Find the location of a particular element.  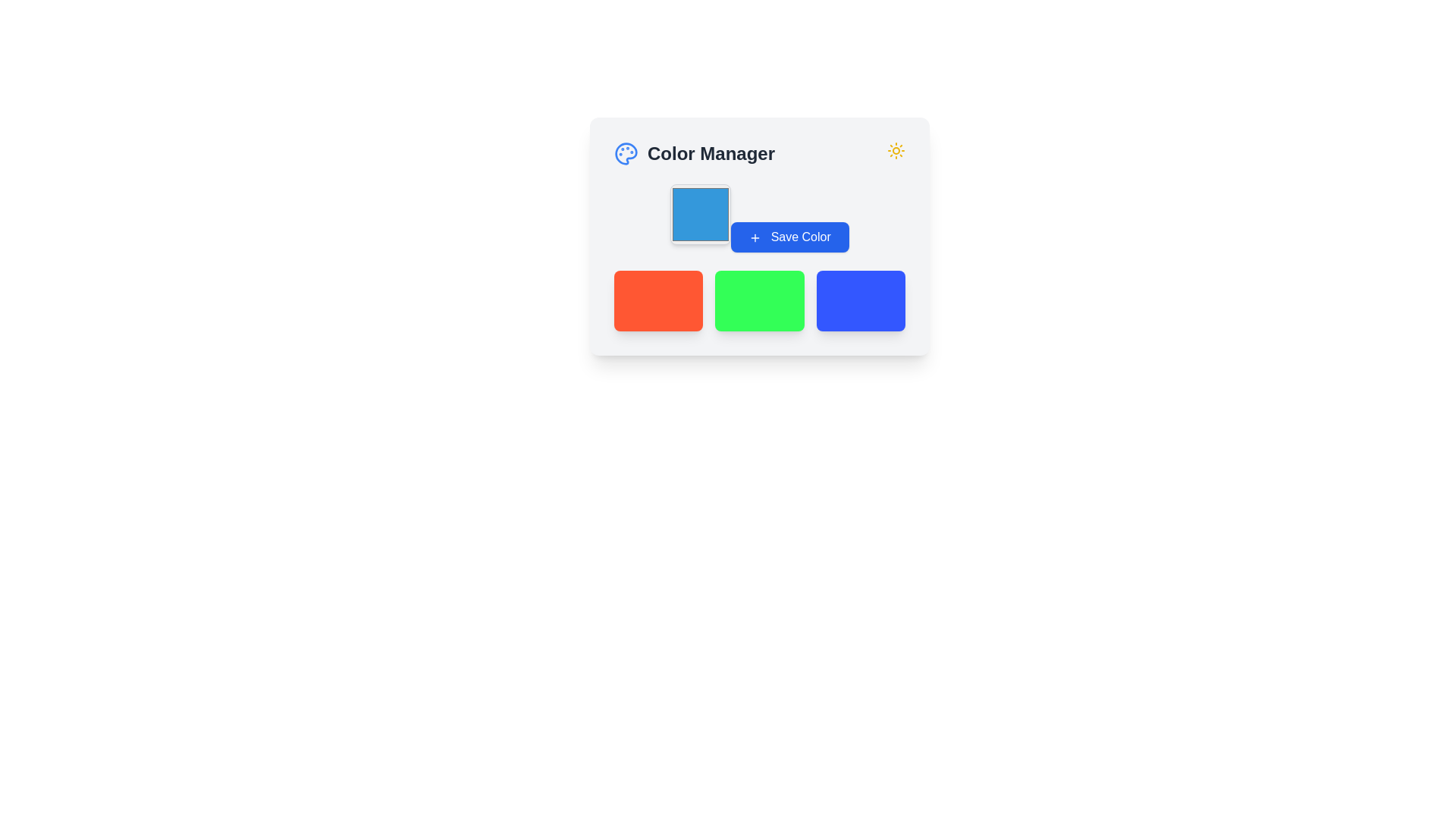

the blue color selection indicator with rounded corners located within the 'Color Manager' card is located at coordinates (700, 214).